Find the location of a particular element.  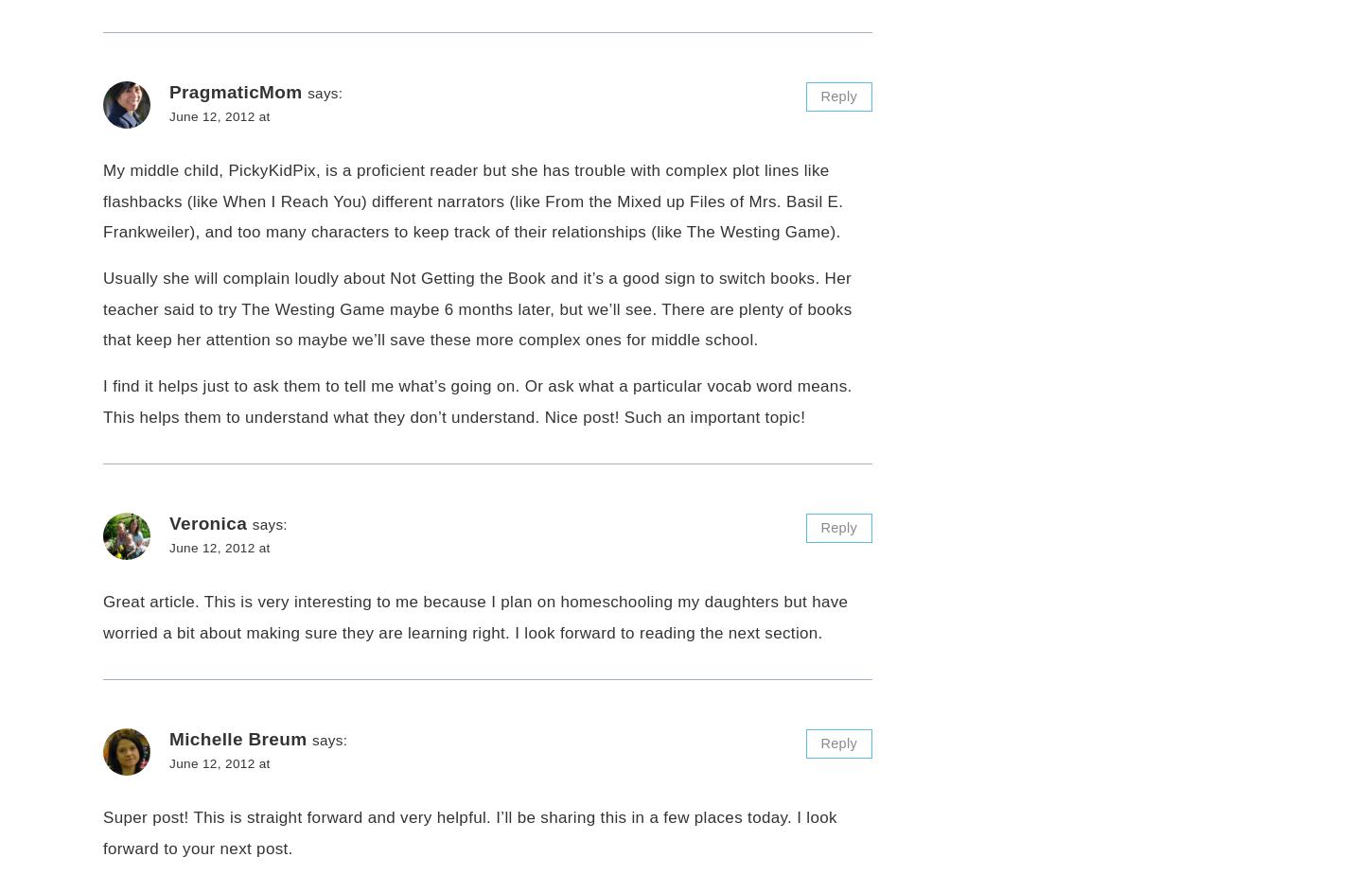

'Veronica' is located at coordinates (167, 522).